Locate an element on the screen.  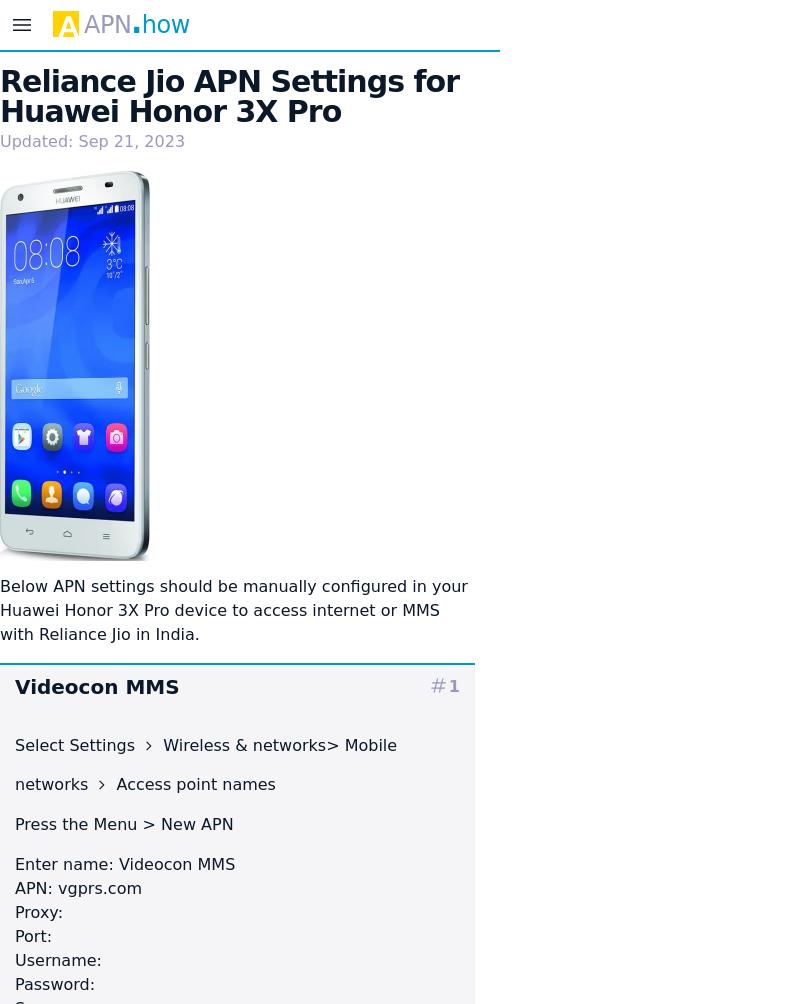
'Sep 21, 2023' is located at coordinates (130, 140).